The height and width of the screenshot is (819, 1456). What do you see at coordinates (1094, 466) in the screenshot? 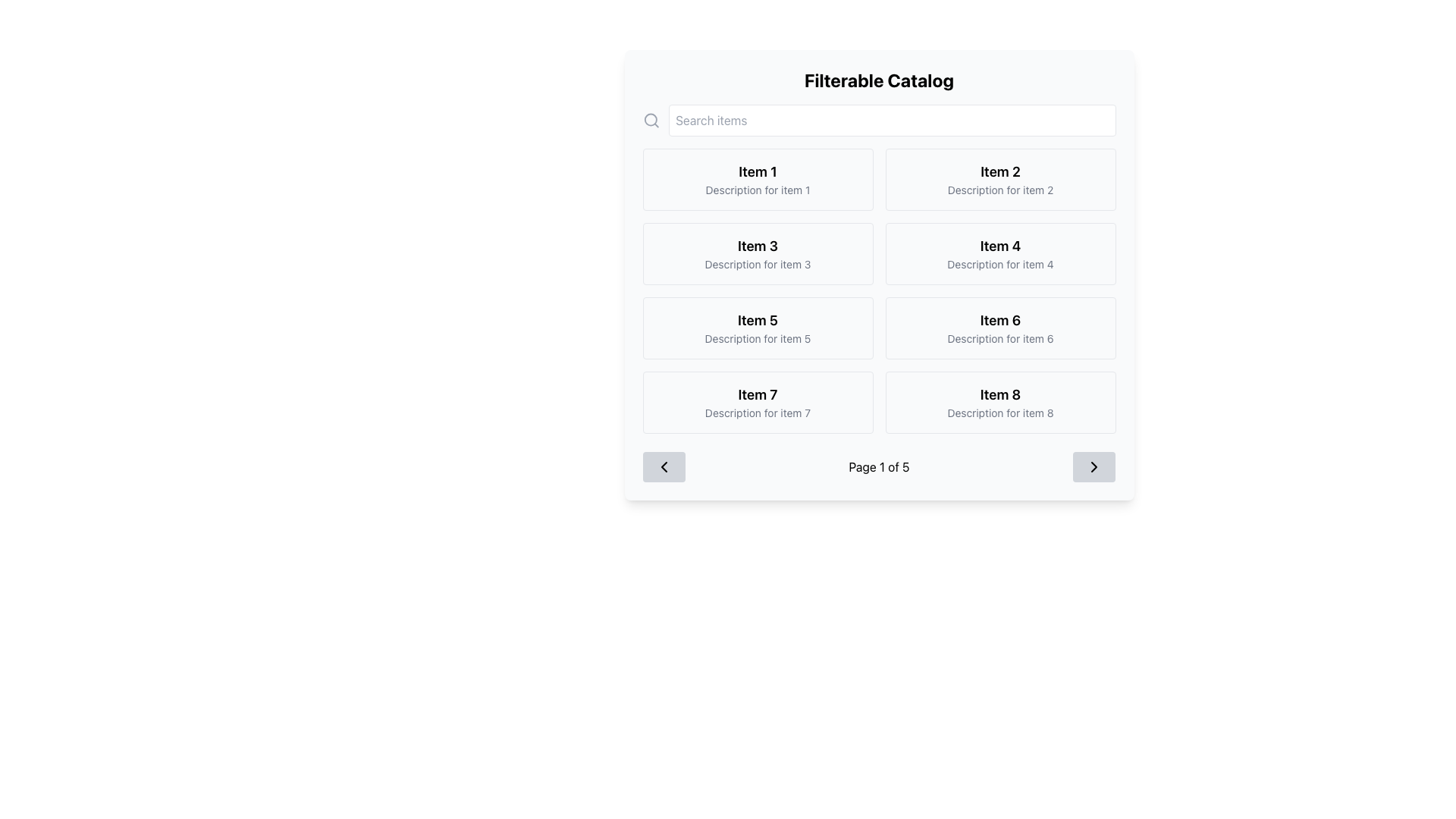
I see `the right-pointing chevron icon within the pagination controls button` at bounding box center [1094, 466].